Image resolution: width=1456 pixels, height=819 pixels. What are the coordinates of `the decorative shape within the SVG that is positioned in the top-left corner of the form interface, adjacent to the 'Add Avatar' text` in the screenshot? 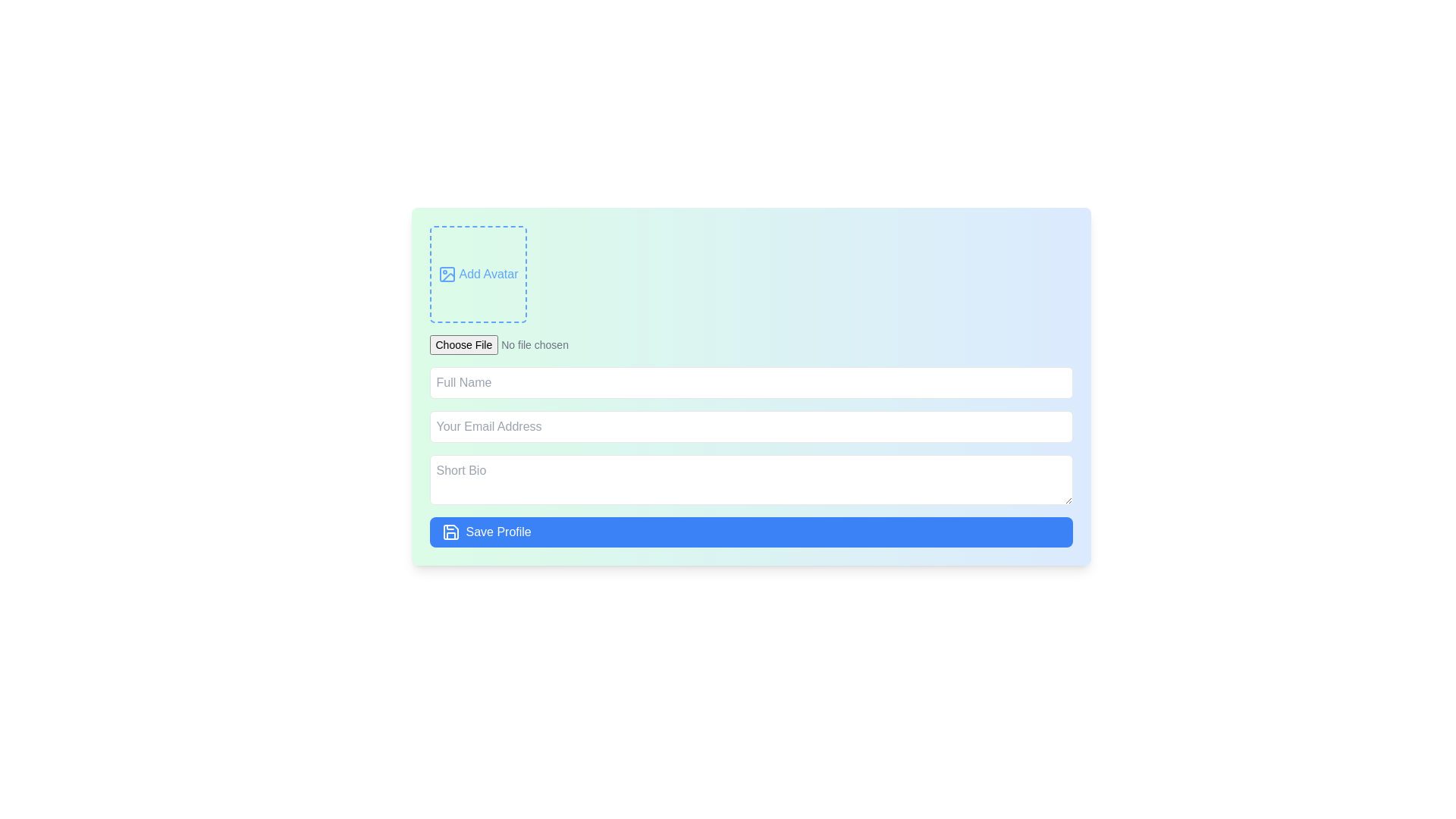 It's located at (446, 275).